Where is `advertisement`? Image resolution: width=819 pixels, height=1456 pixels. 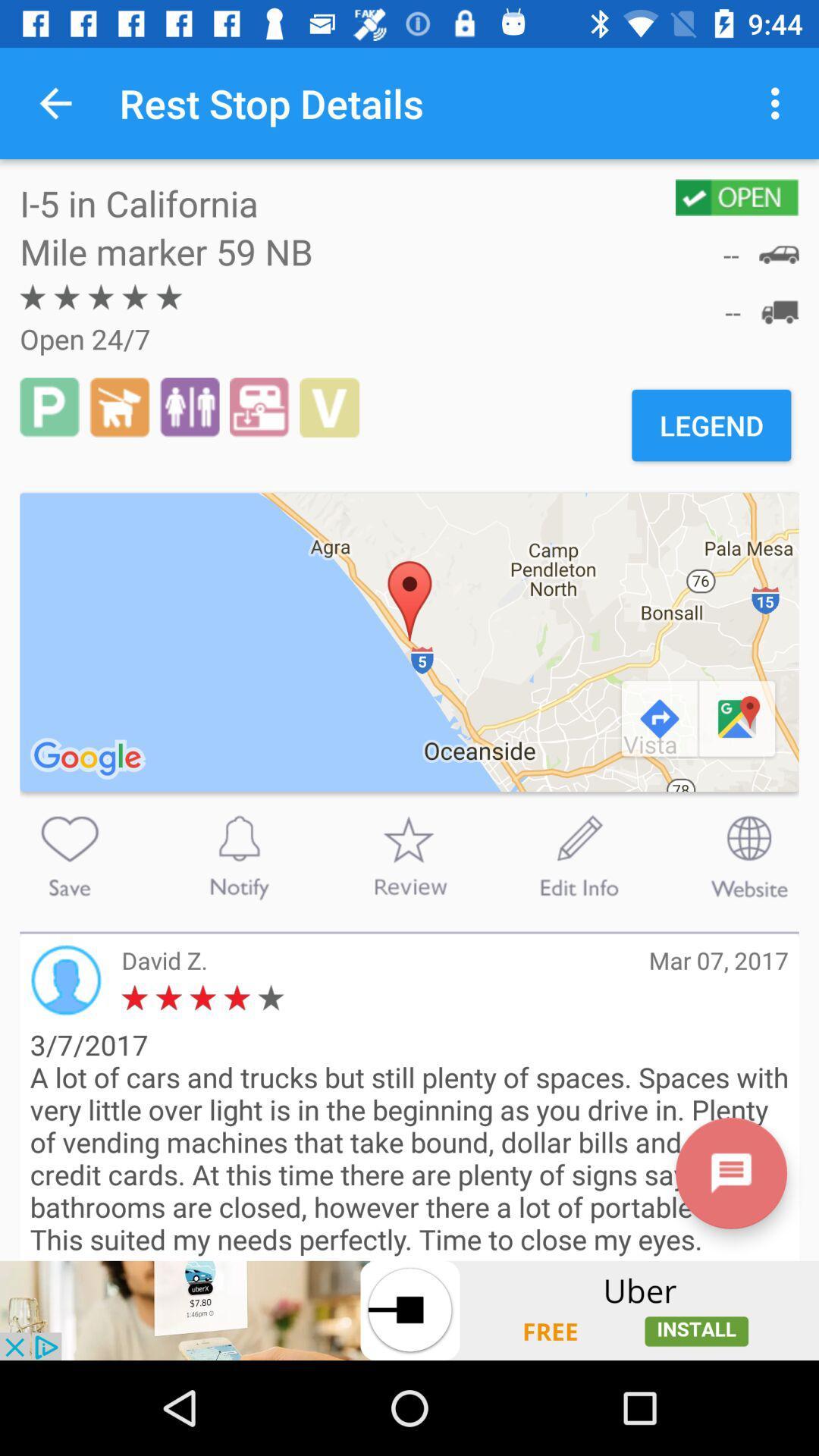
advertisement is located at coordinates (409, 1310).